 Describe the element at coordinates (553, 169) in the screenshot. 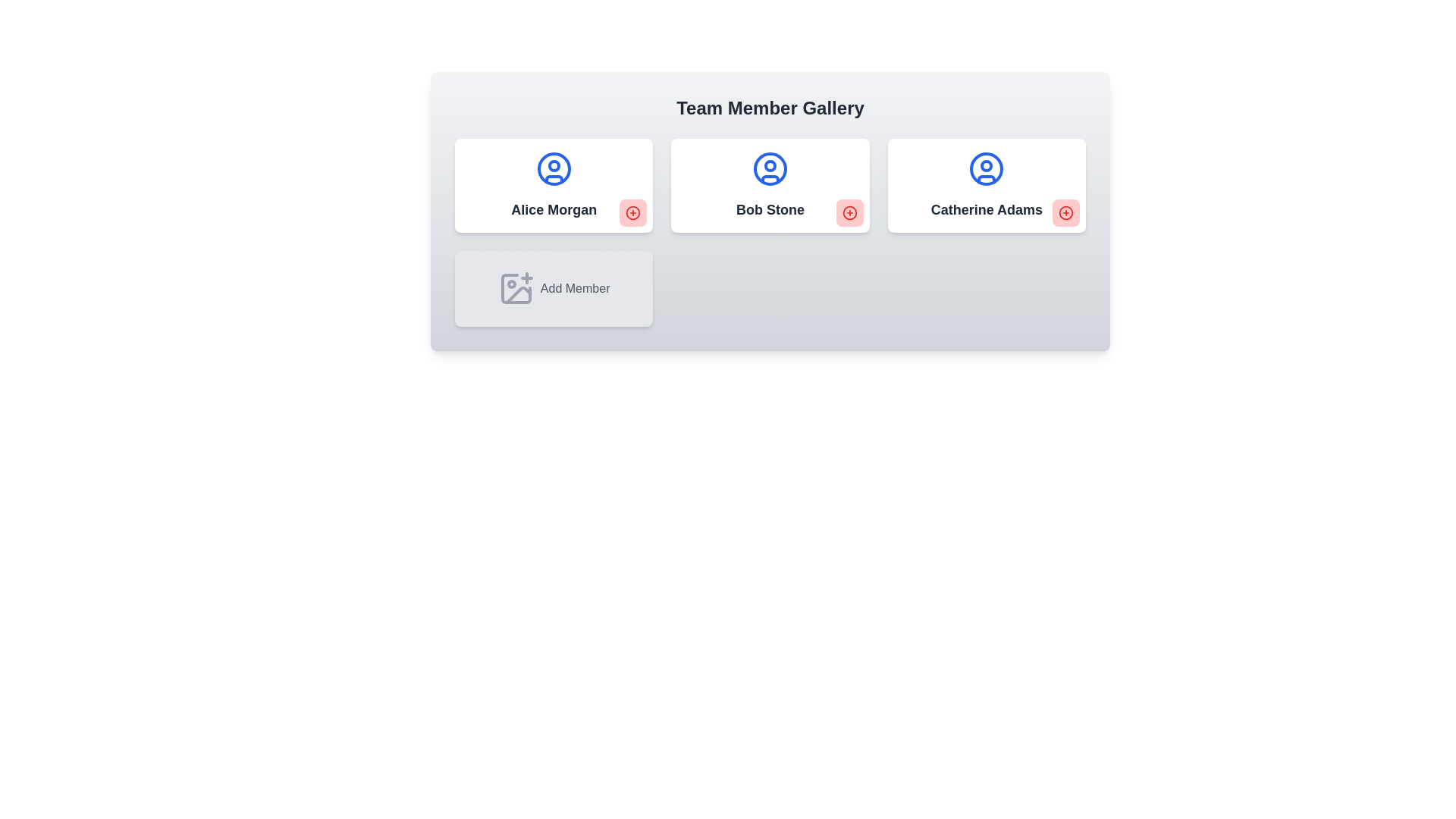

I see `the circular user icon element with a blue outline that is part of the SVG illustration for 'Alice Morgan'` at that location.